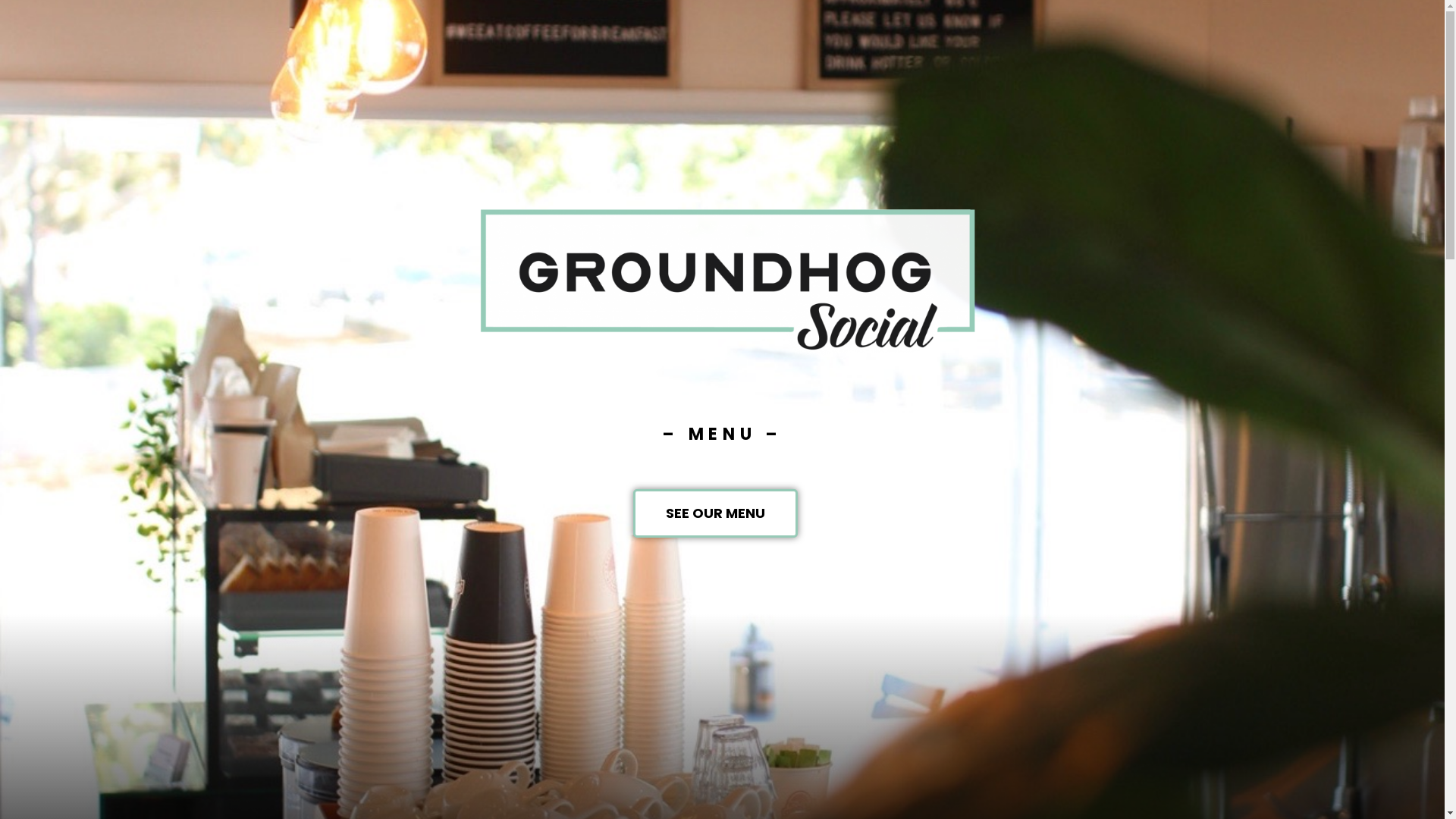  What do you see at coordinates (714, 513) in the screenshot?
I see `'SEE OUR MENU'` at bounding box center [714, 513].